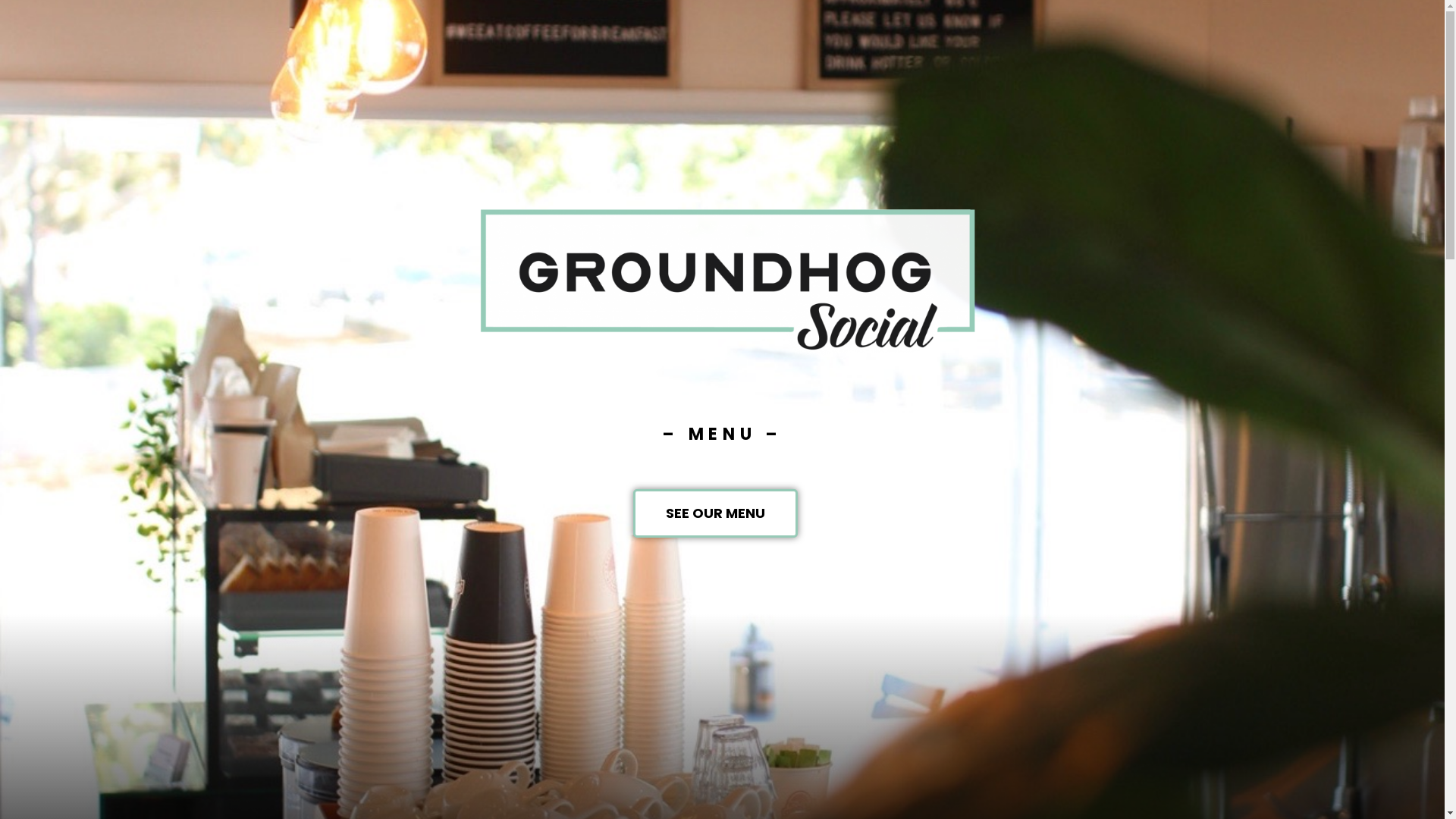  What do you see at coordinates (714, 513) in the screenshot?
I see `'SEE OUR MENU'` at bounding box center [714, 513].